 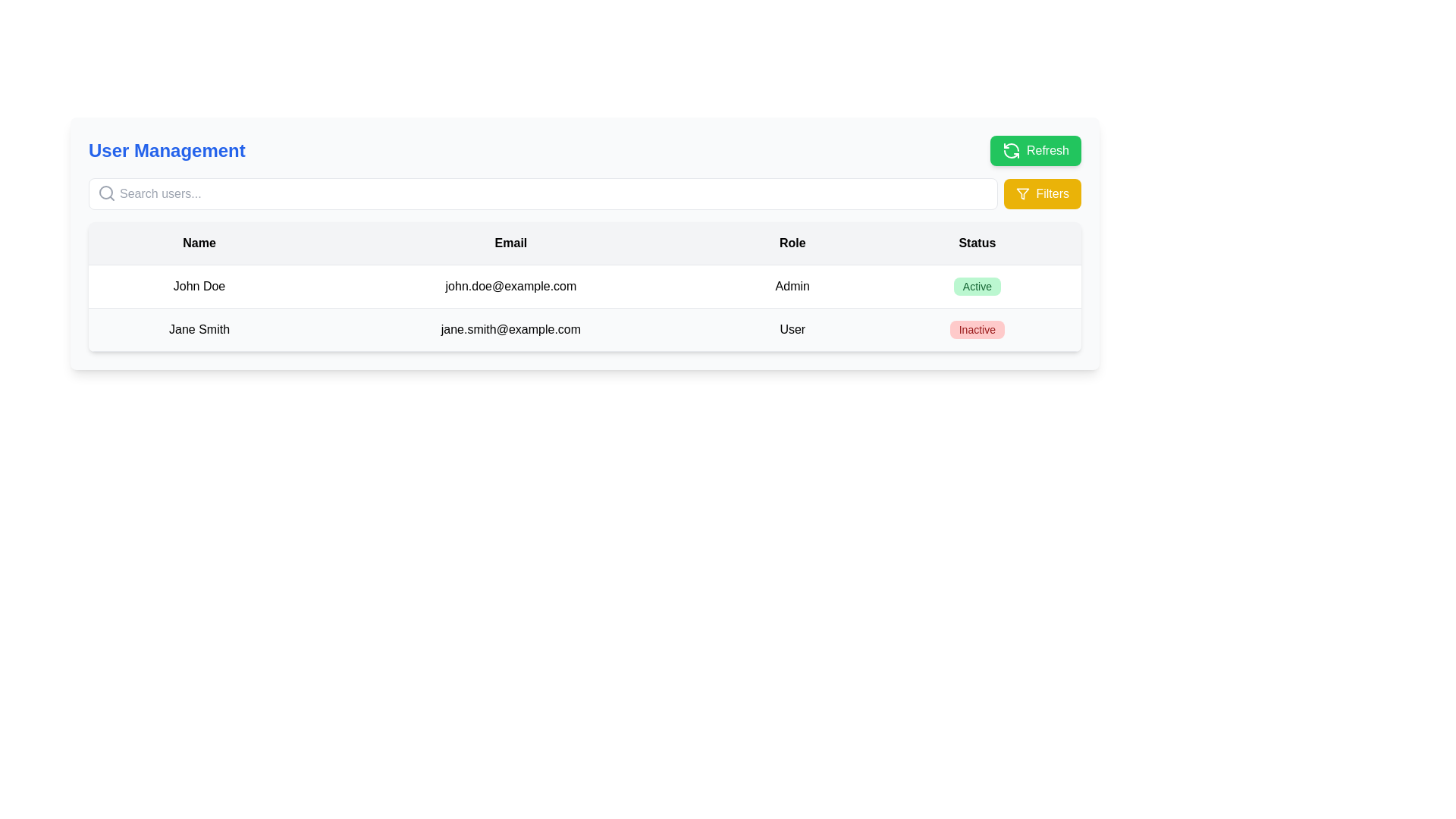 What do you see at coordinates (510, 329) in the screenshot?
I see `the text display element that shows 'jane.smith@example.com'` at bounding box center [510, 329].